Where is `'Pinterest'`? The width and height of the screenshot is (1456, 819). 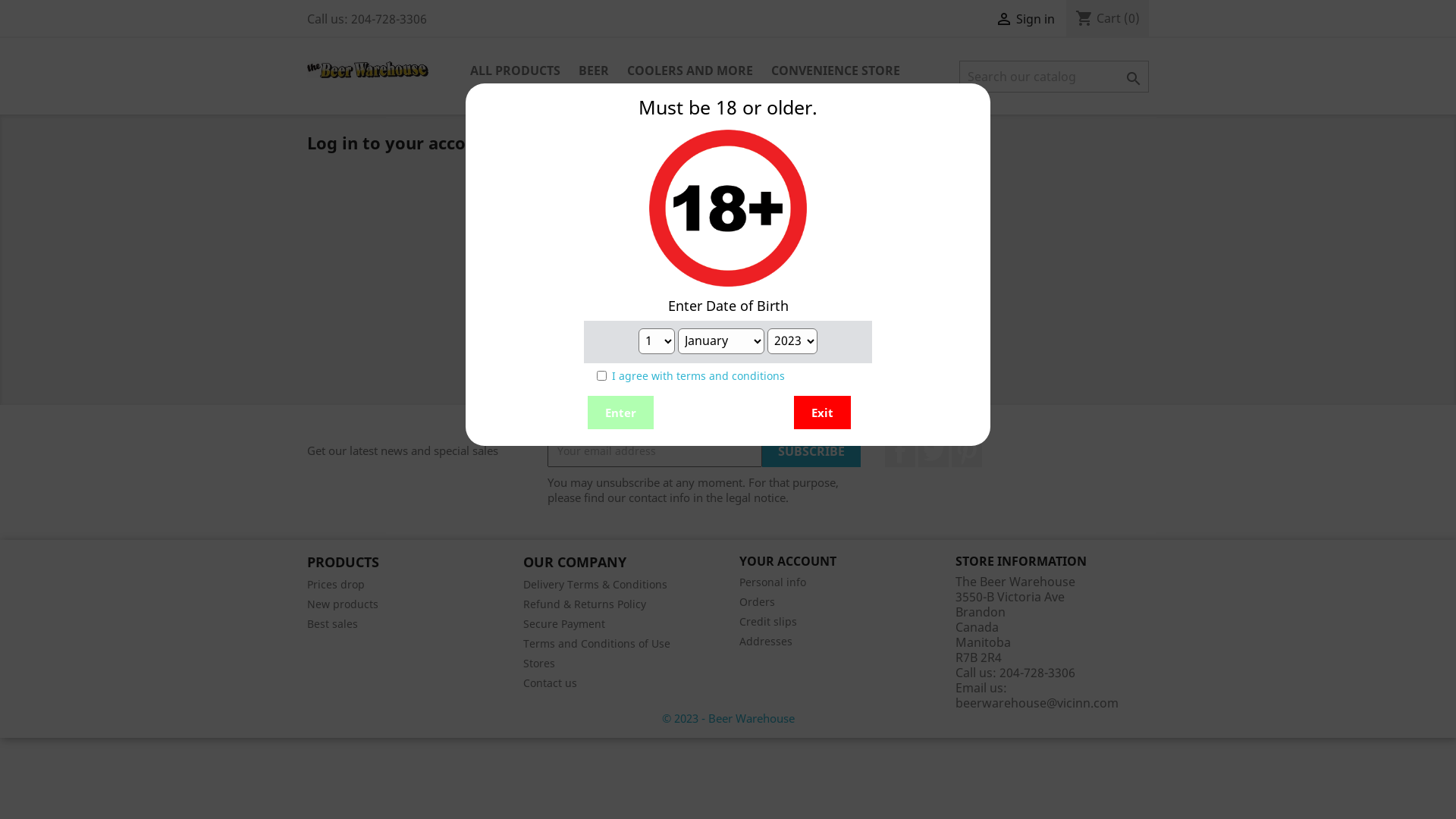
'Pinterest' is located at coordinates (966, 451).